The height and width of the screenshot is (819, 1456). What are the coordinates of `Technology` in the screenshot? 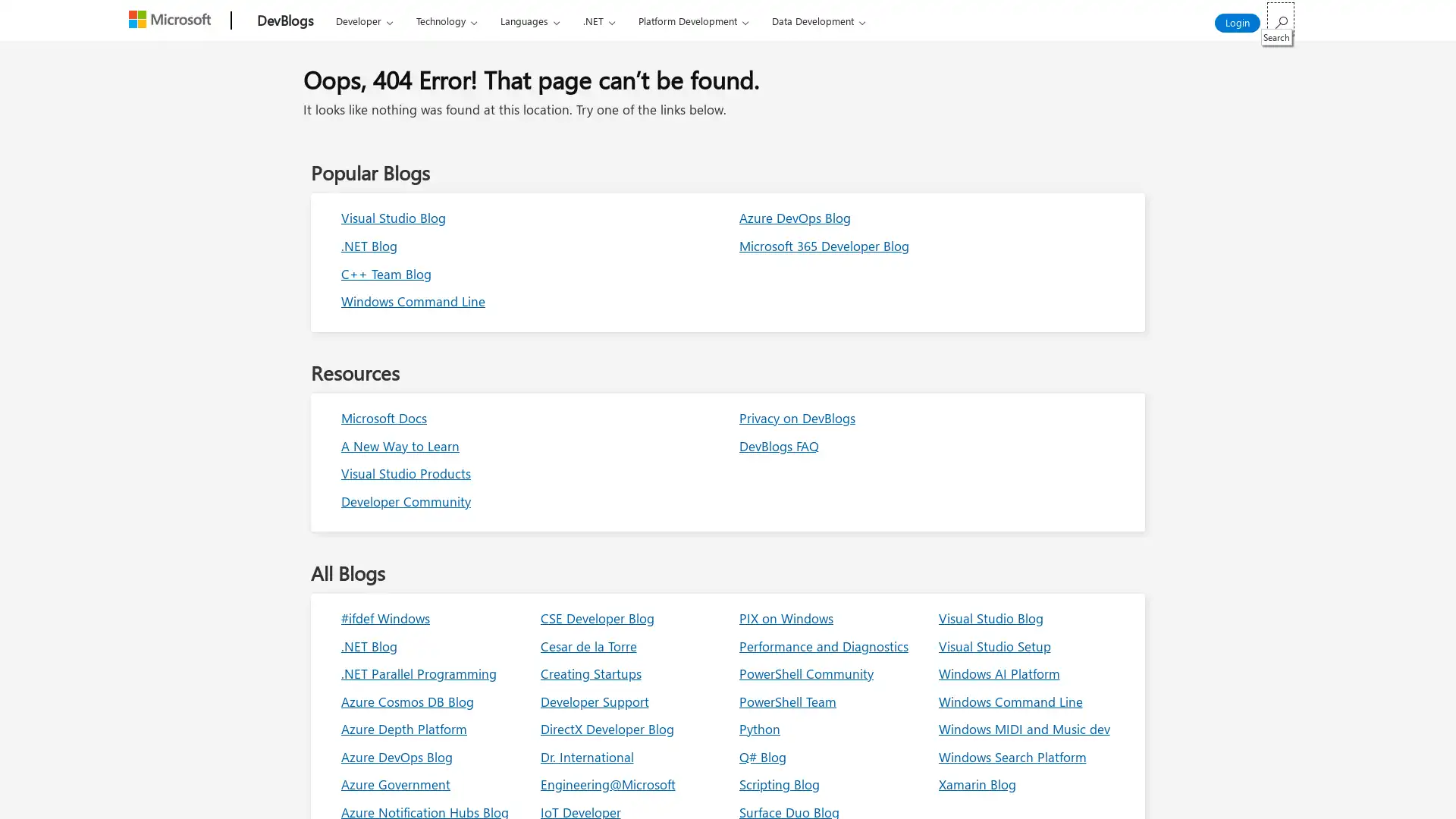 It's located at (445, 20).